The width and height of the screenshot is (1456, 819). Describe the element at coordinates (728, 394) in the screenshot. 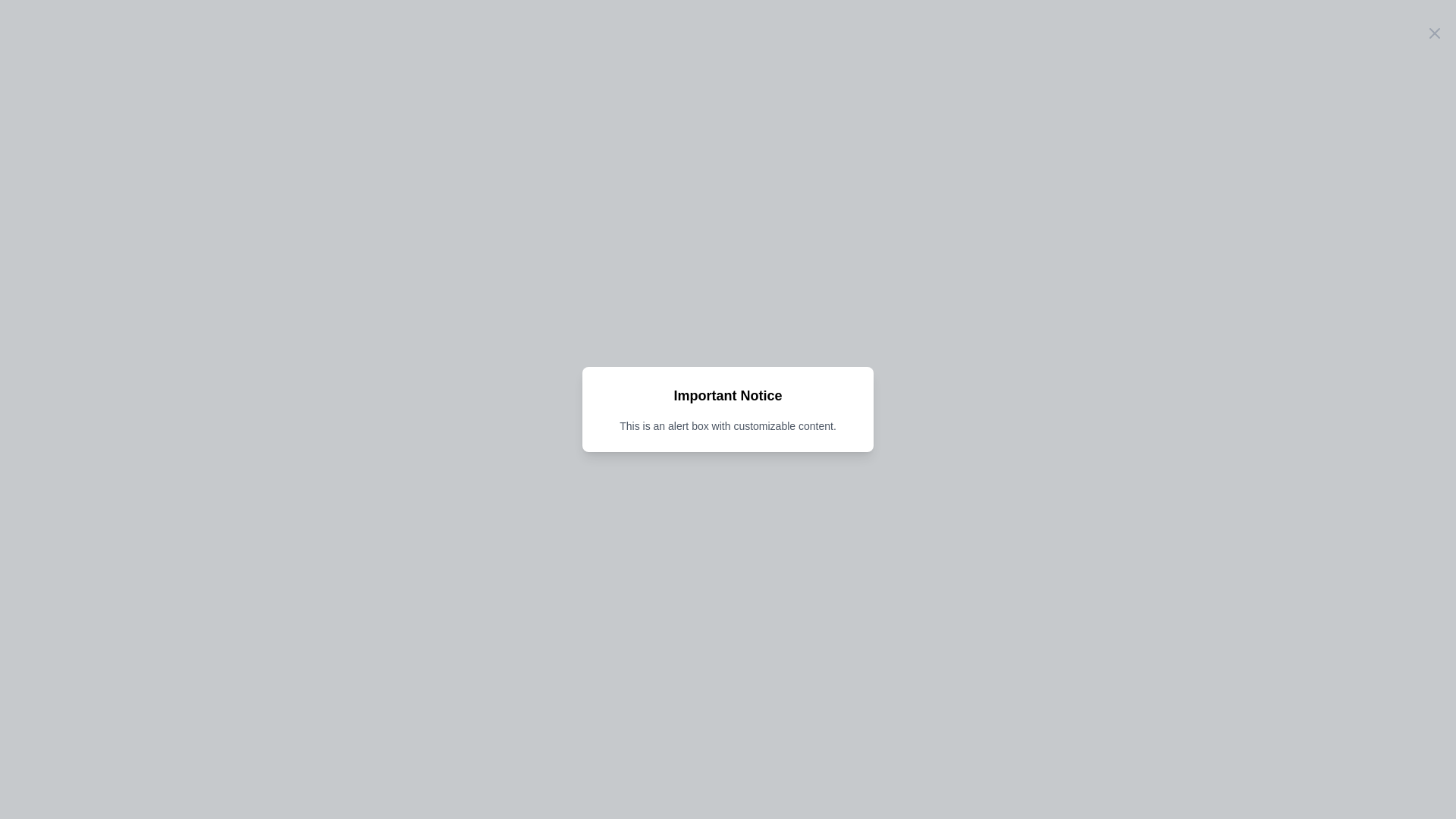

I see `the Heading or Label in the alert box, which is centrally located at the top section above the explanatory text` at that location.